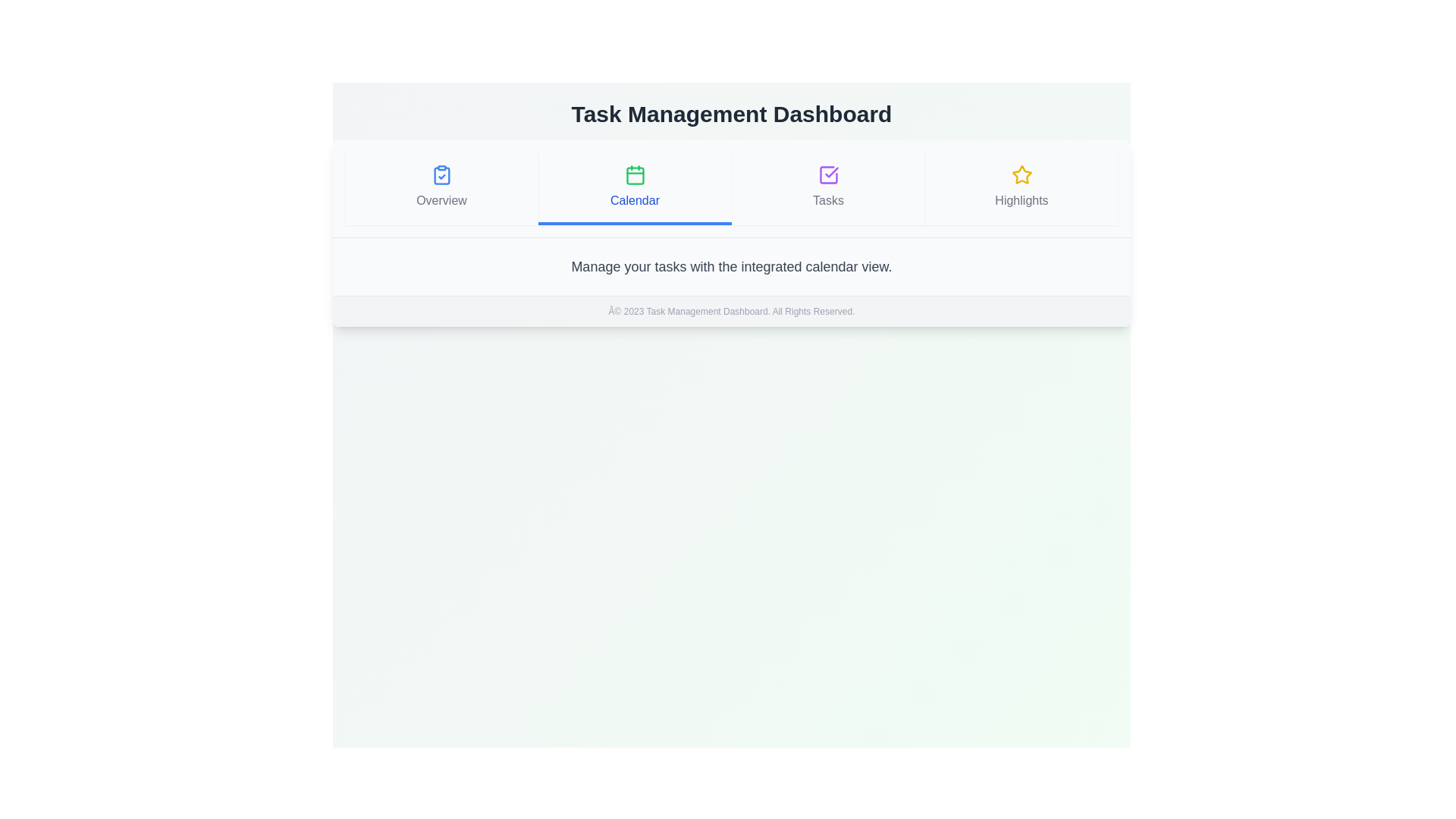  I want to click on the Navigation tab located on the far right side of the top navigation bar, so click(1021, 186).